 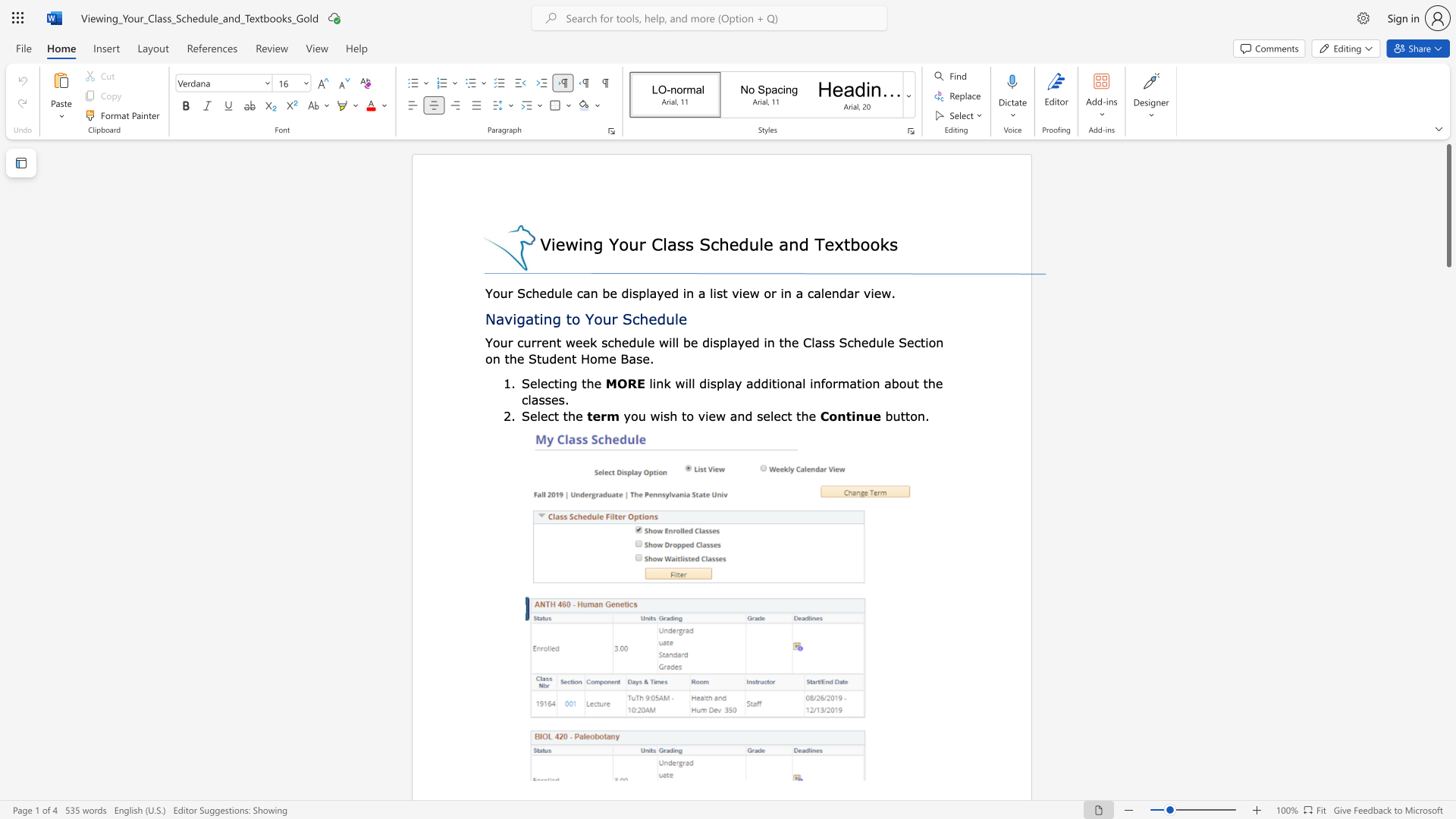 What do you see at coordinates (1448, 295) in the screenshot?
I see `the scrollbar to scroll the page down` at bounding box center [1448, 295].